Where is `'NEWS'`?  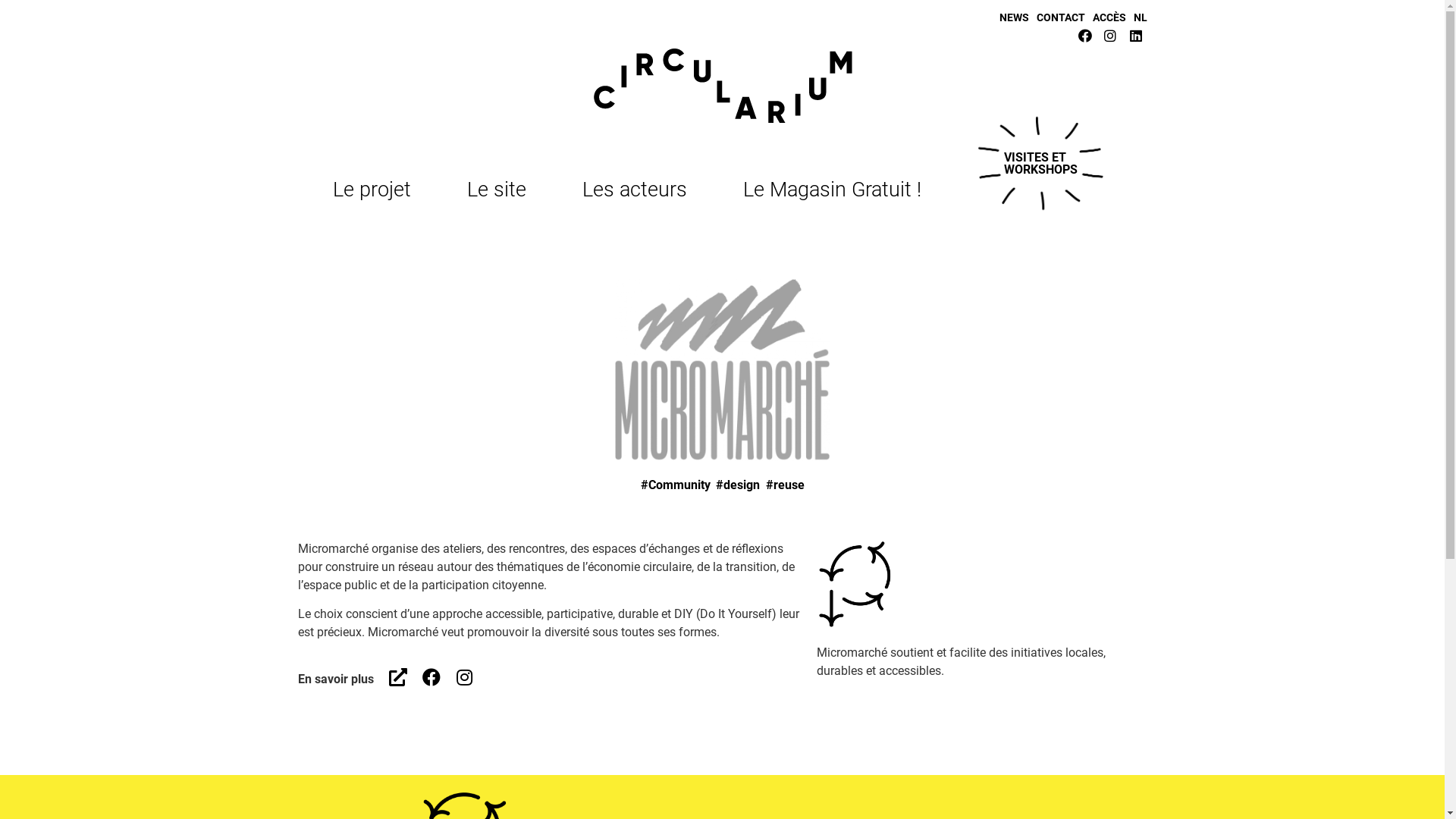
'NEWS' is located at coordinates (999, 17).